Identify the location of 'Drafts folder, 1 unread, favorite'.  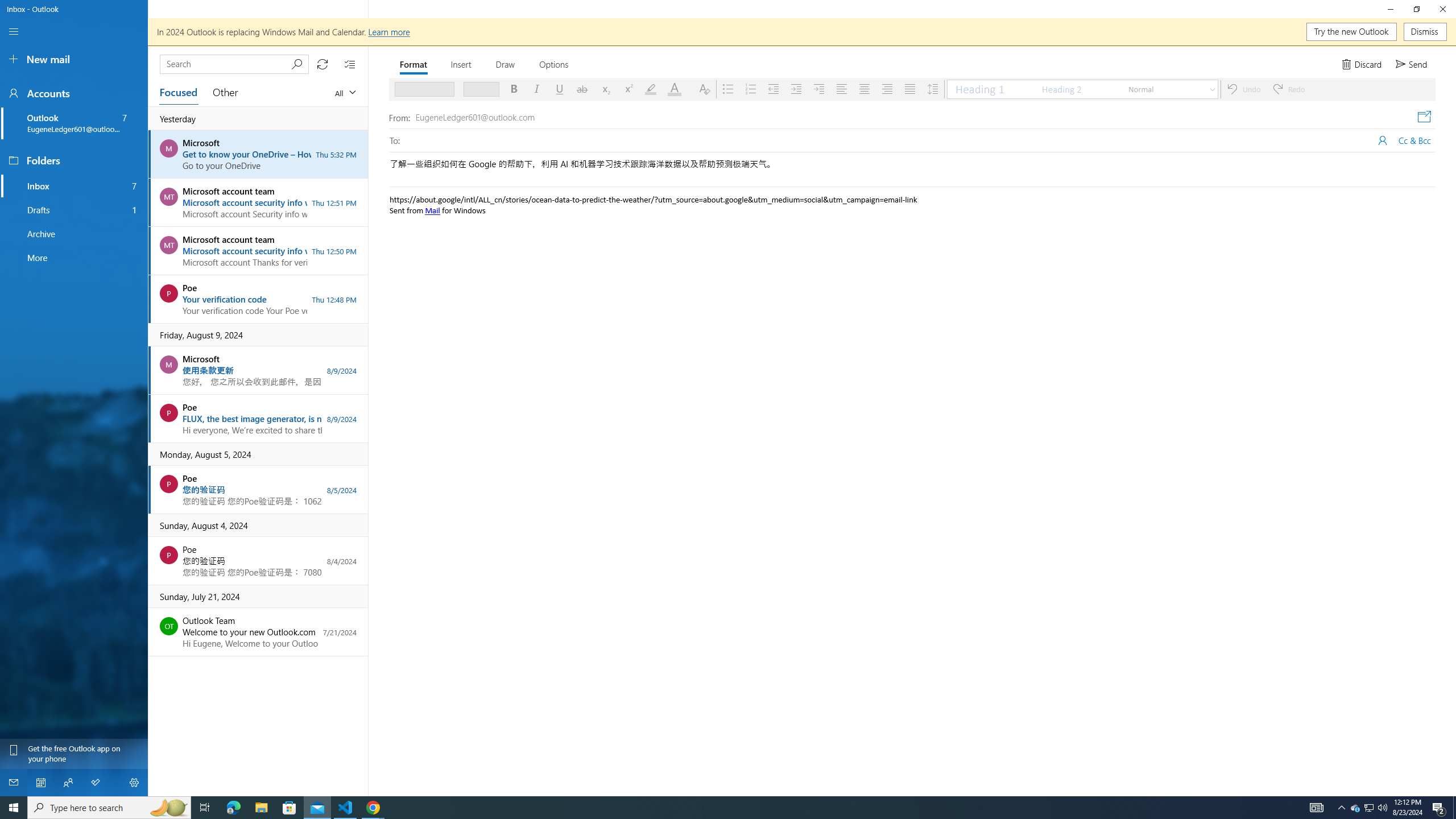
(74, 209).